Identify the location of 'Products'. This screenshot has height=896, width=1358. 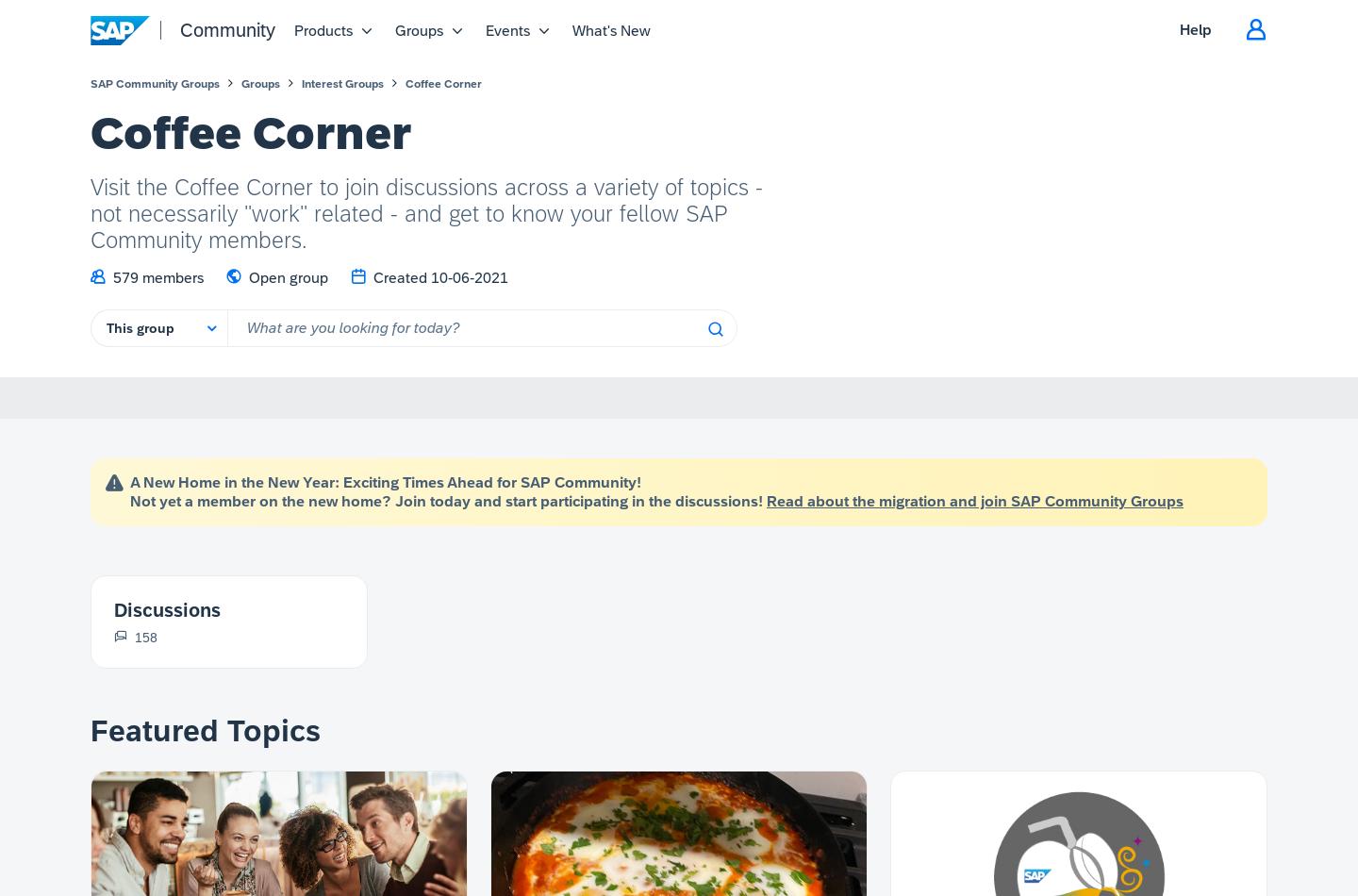
(323, 29).